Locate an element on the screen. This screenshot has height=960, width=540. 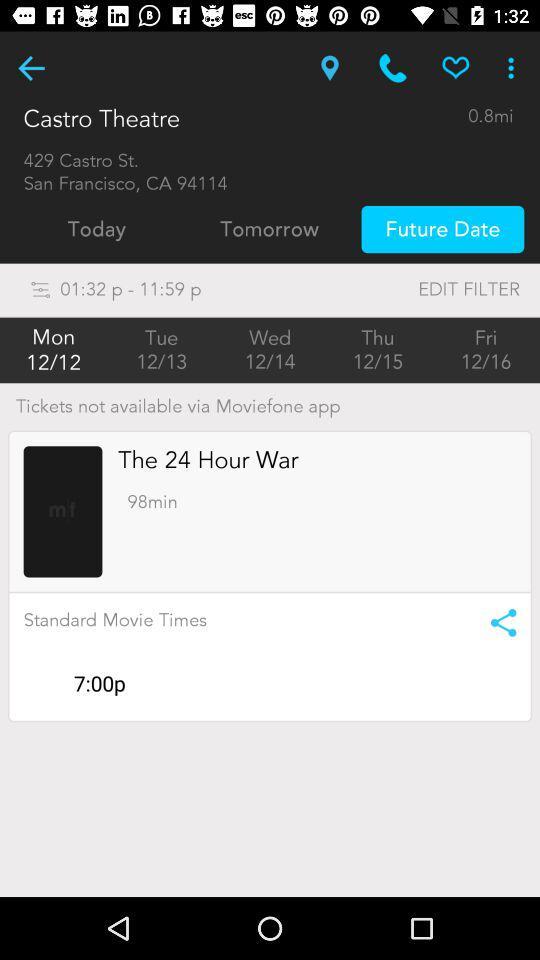
the icon next to the 01 32 p item is located at coordinates (427, 288).